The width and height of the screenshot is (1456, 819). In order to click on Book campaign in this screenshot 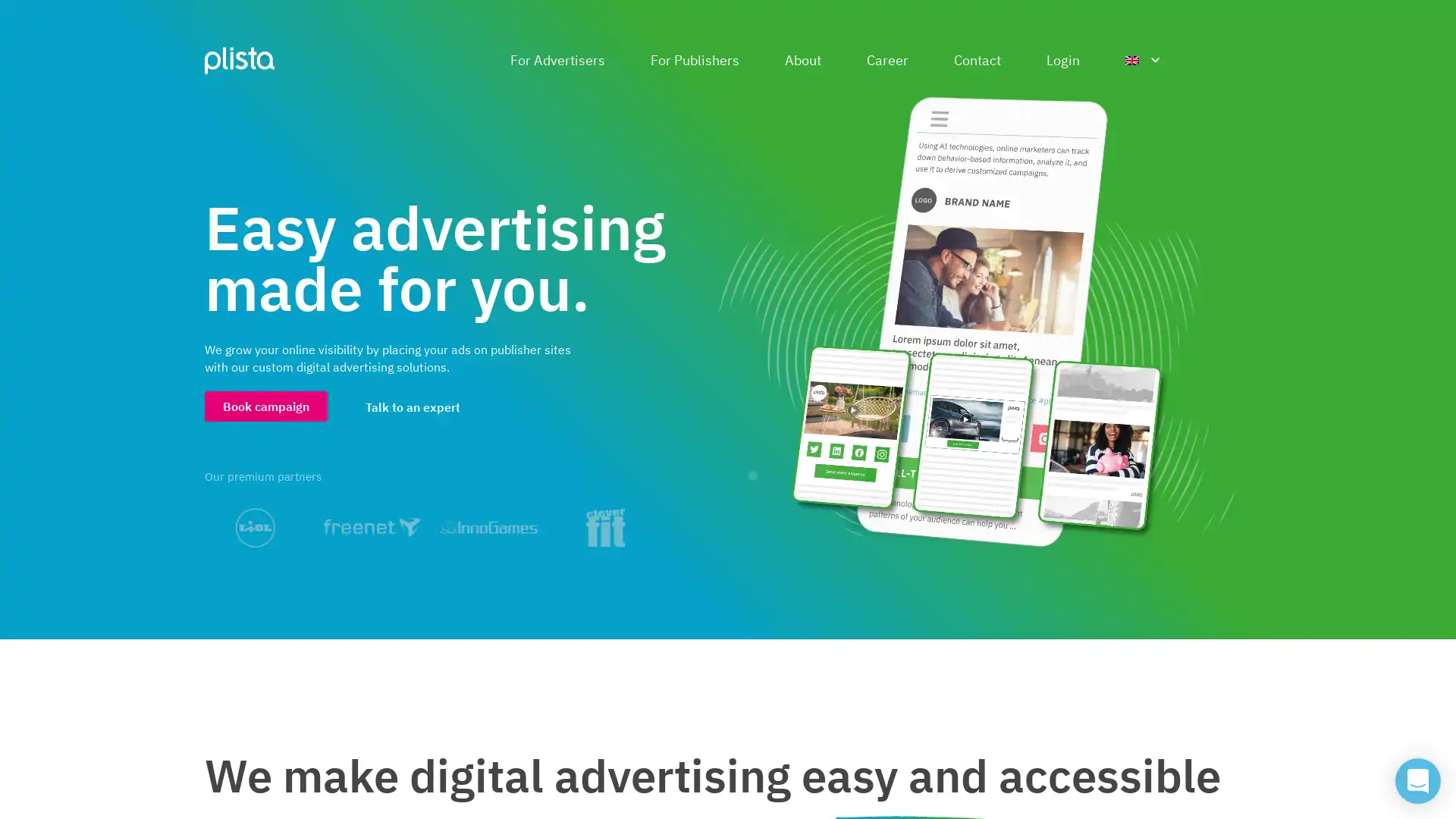, I will do `click(265, 405)`.